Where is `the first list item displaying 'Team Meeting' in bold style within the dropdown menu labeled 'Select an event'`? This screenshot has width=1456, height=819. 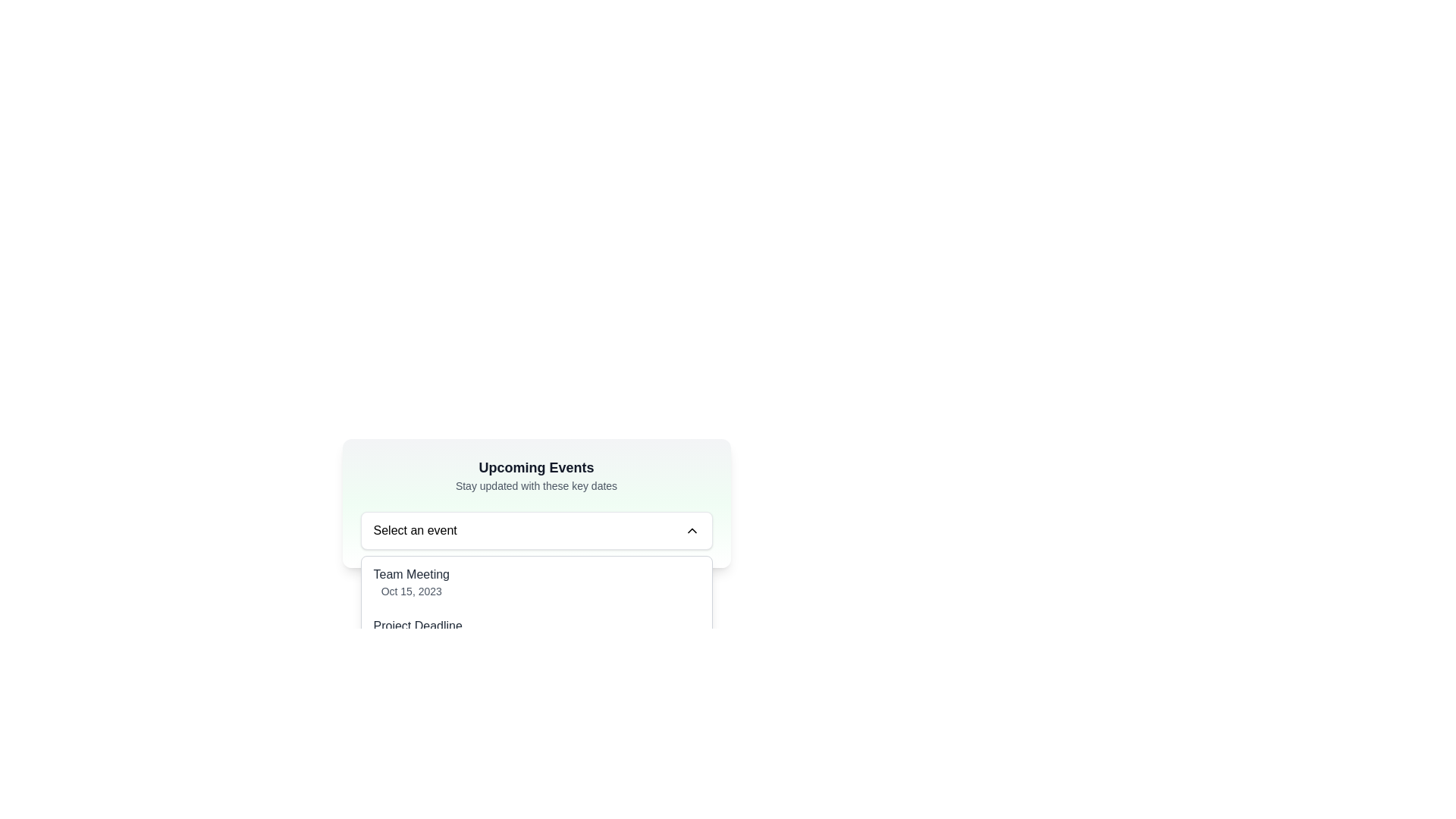
the first list item displaying 'Team Meeting' in bold style within the dropdown menu labeled 'Select an event' is located at coordinates (536, 581).